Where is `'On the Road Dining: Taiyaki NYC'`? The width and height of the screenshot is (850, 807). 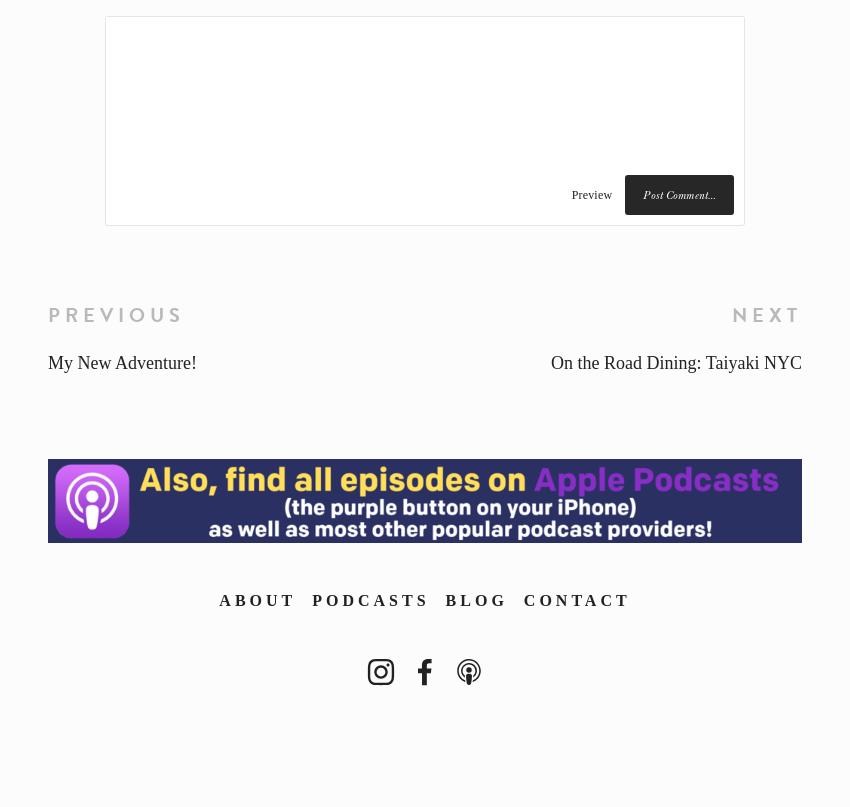
'On the Road Dining: Taiyaki NYC' is located at coordinates (676, 362).